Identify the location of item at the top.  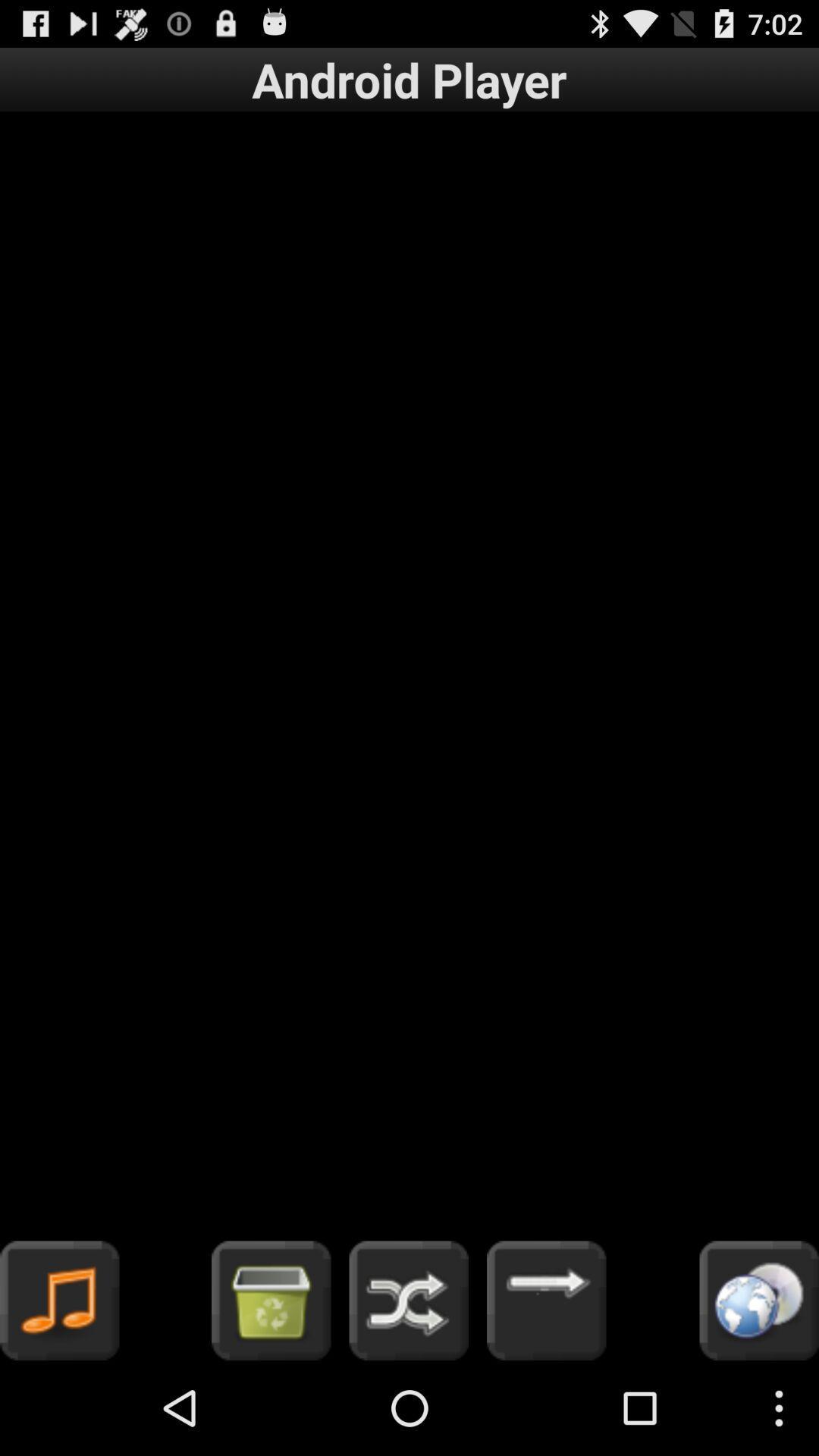
(409, 79).